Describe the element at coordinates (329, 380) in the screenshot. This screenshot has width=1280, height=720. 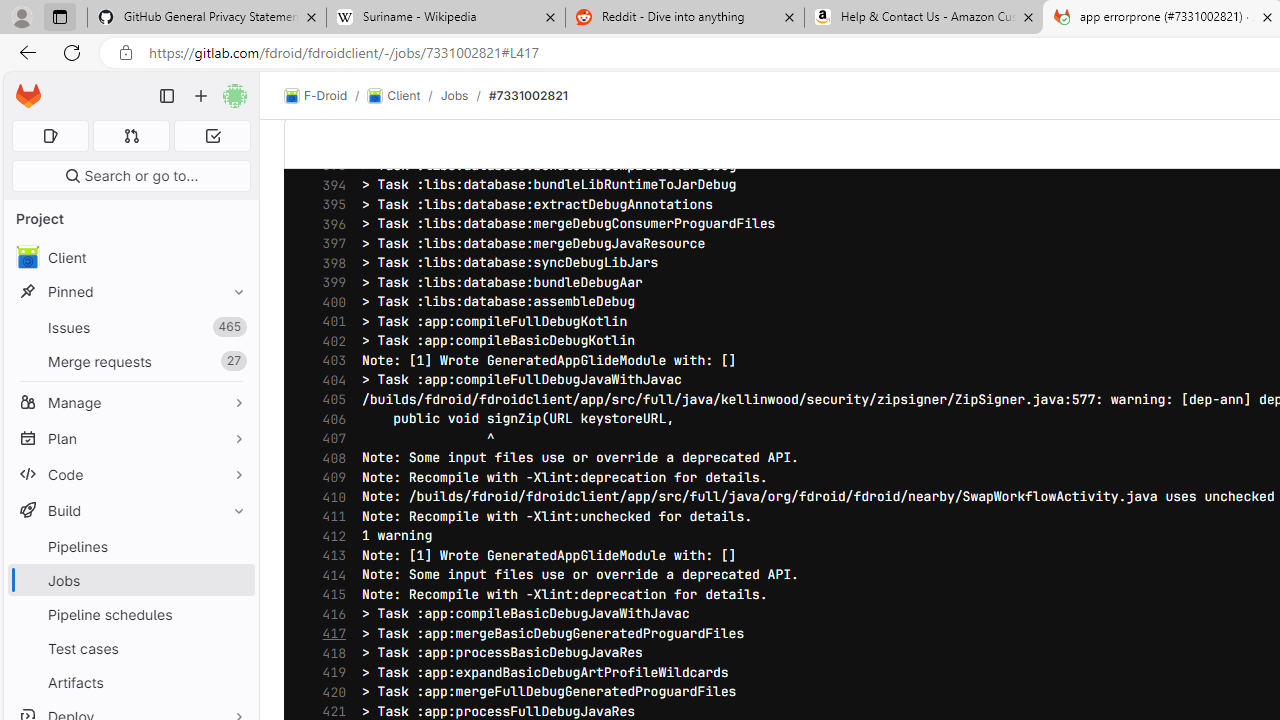
I see `'404'` at that location.